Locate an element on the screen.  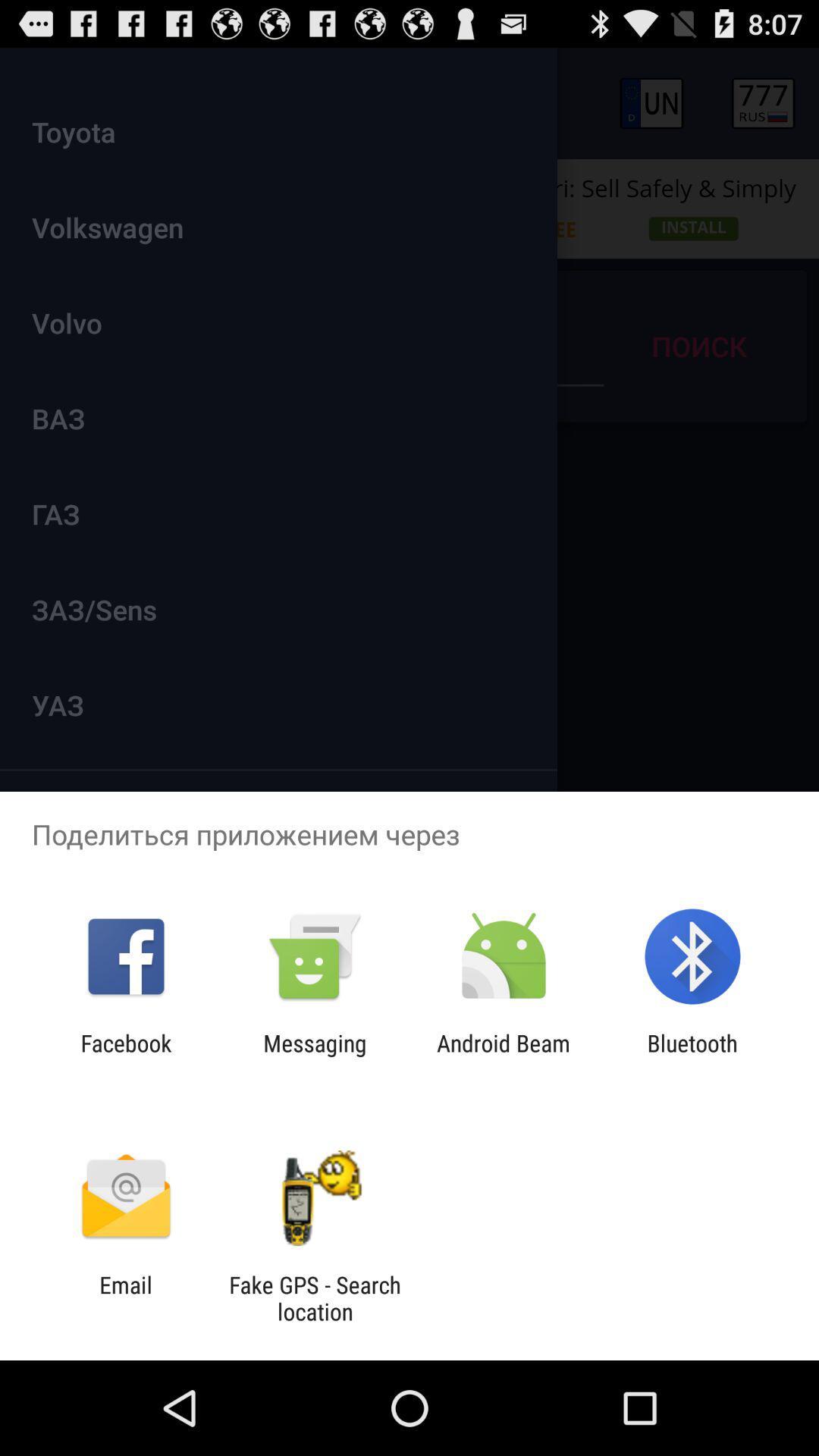
the app next to bluetooth is located at coordinates (504, 1056).